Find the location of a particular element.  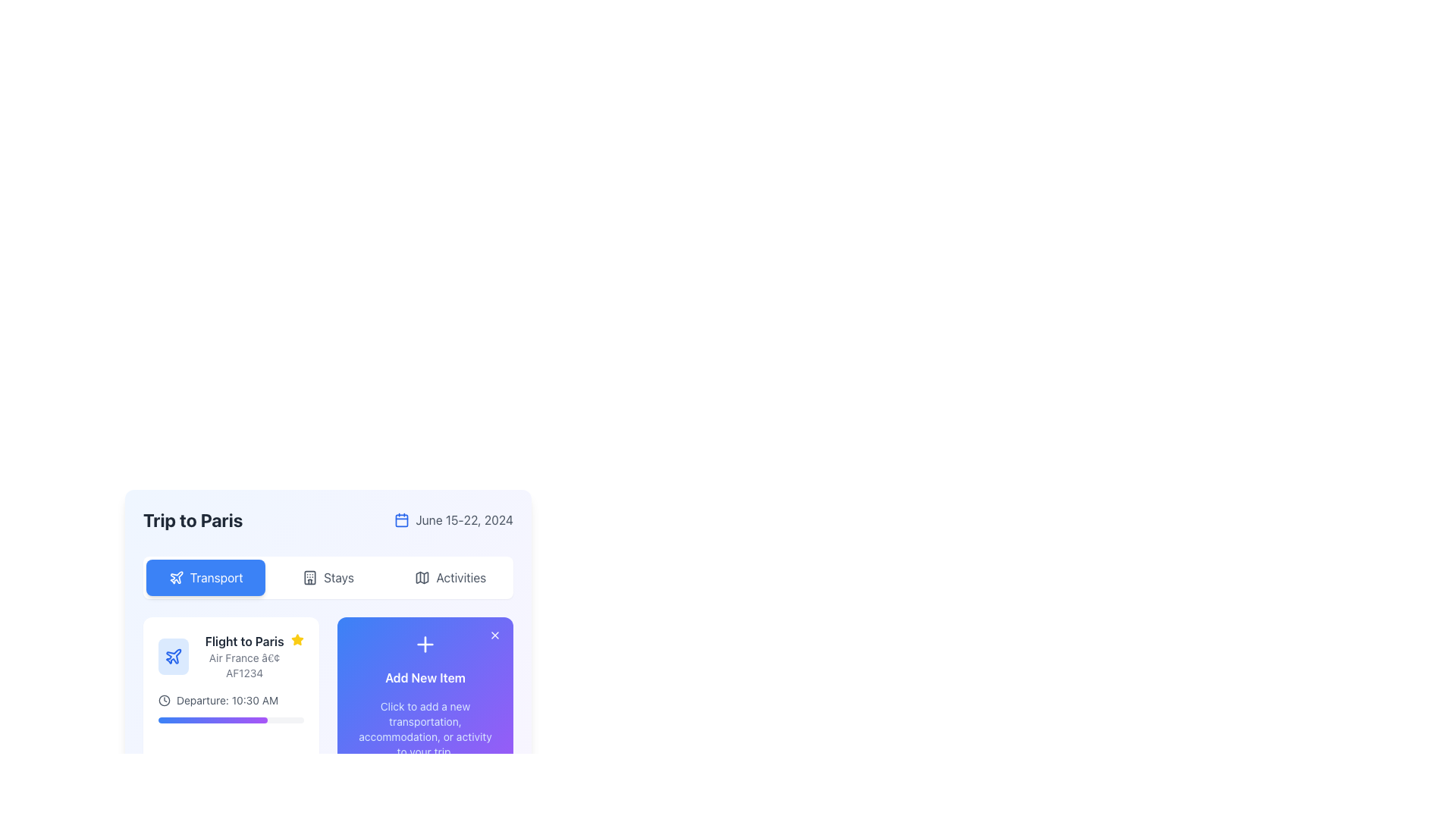

the accommodations button, which is the second button in a horizontal list of three buttons located centrally is located at coordinates (327, 578).